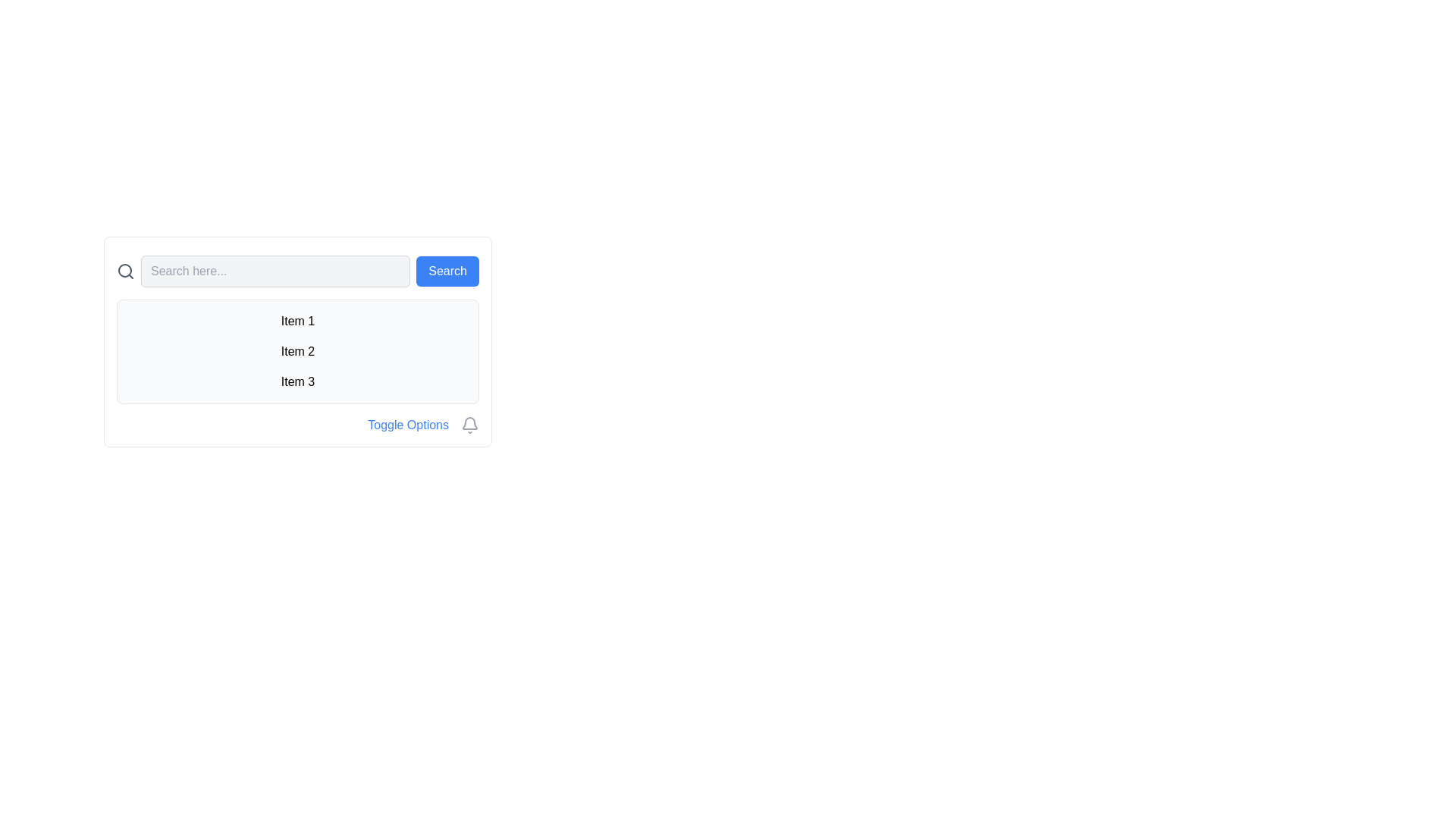 This screenshot has height=819, width=1456. Describe the element at coordinates (124, 270) in the screenshot. I see `the circle element that represents the magnifying glass icon in the top-left corner of the search bar` at that location.